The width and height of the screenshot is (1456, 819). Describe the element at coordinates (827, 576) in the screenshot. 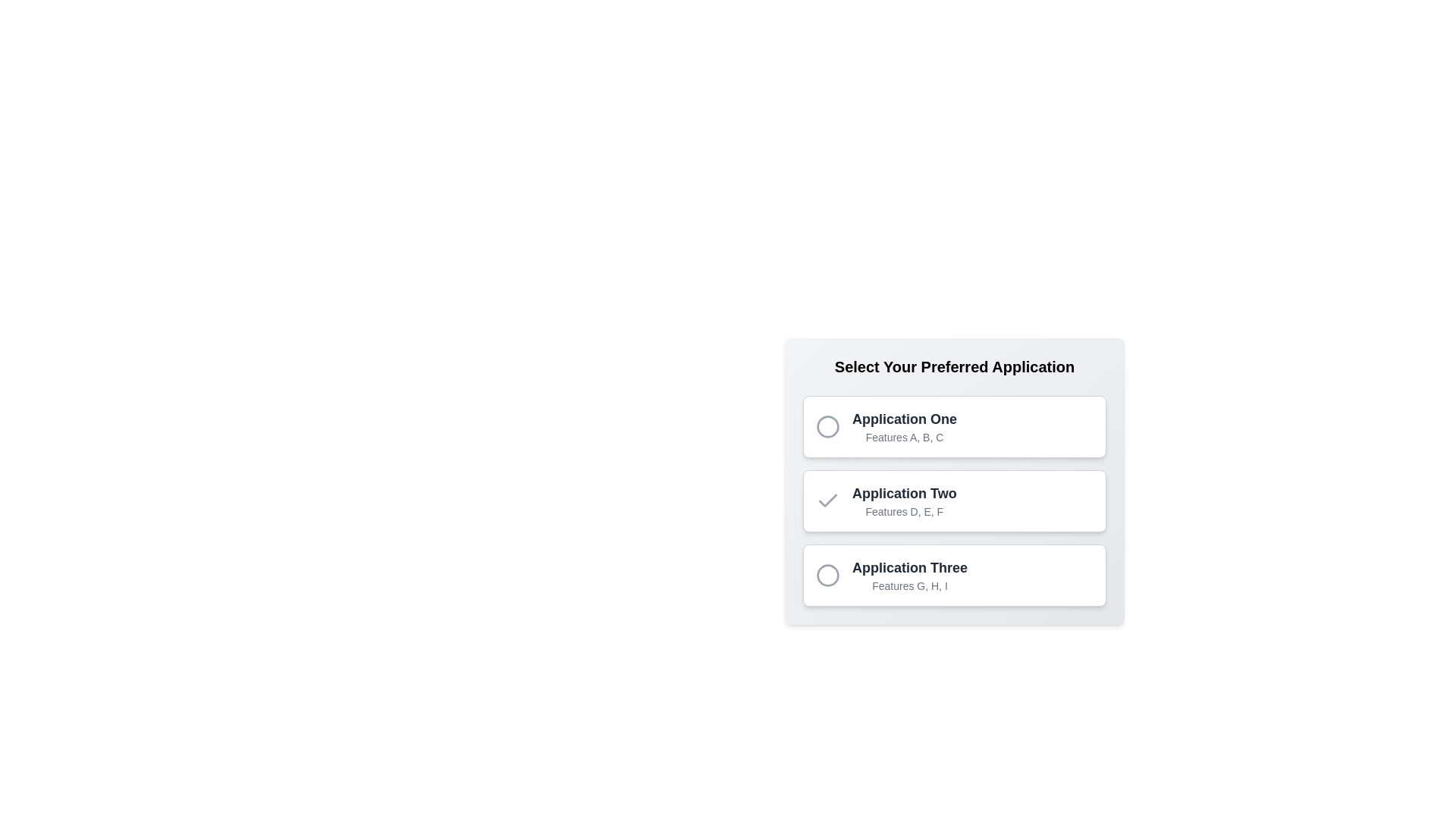

I see `the circular indicator icon styled as an outlined circle with a gray outline, located to the left of 'Application Three' in the options list` at that location.